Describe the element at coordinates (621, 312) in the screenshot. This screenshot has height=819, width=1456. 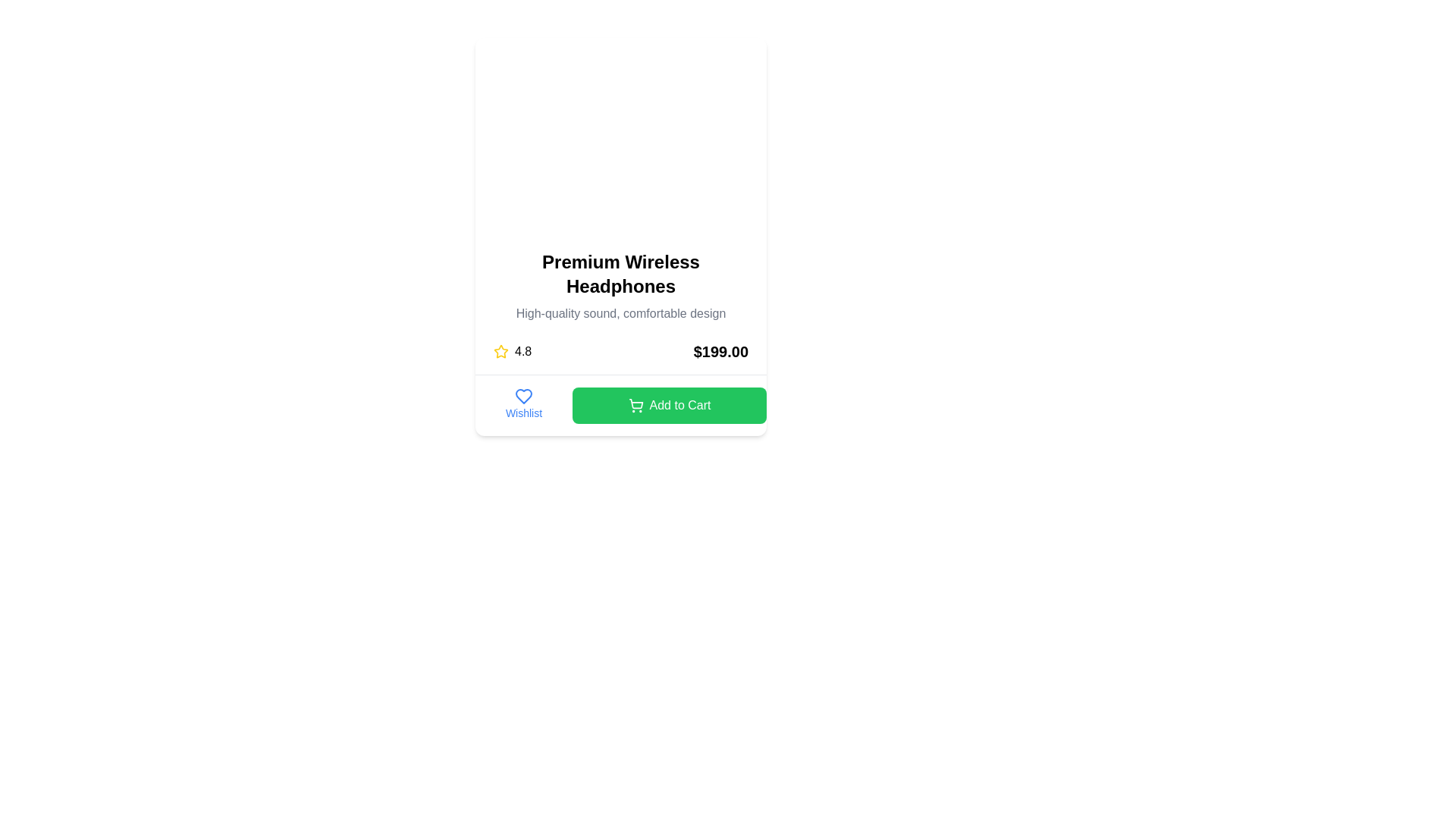
I see `the product description text located below the headline 'Premium Wireless Headphones' in the card layout` at that location.